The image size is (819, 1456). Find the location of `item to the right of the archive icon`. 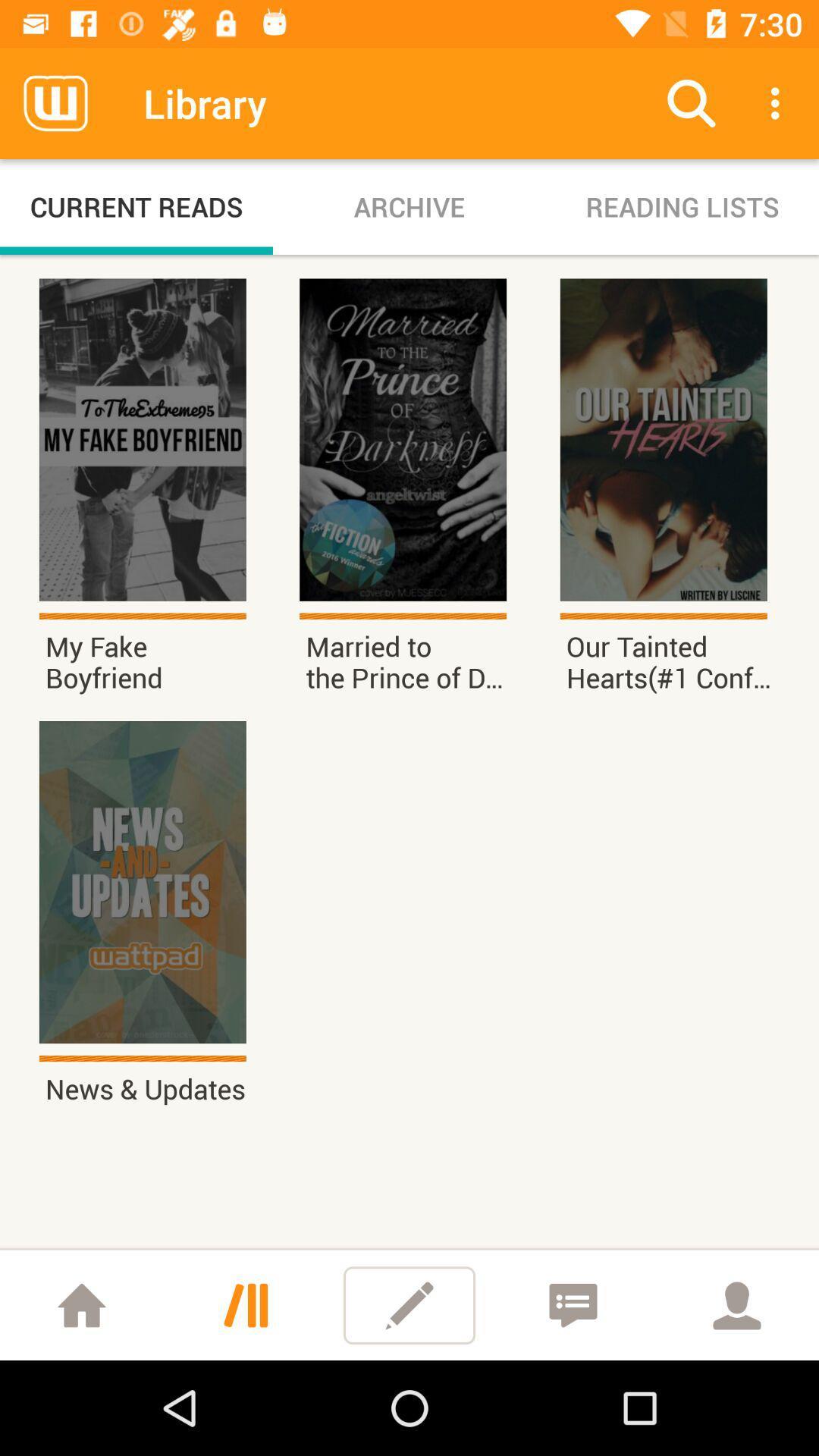

item to the right of the archive icon is located at coordinates (681, 206).